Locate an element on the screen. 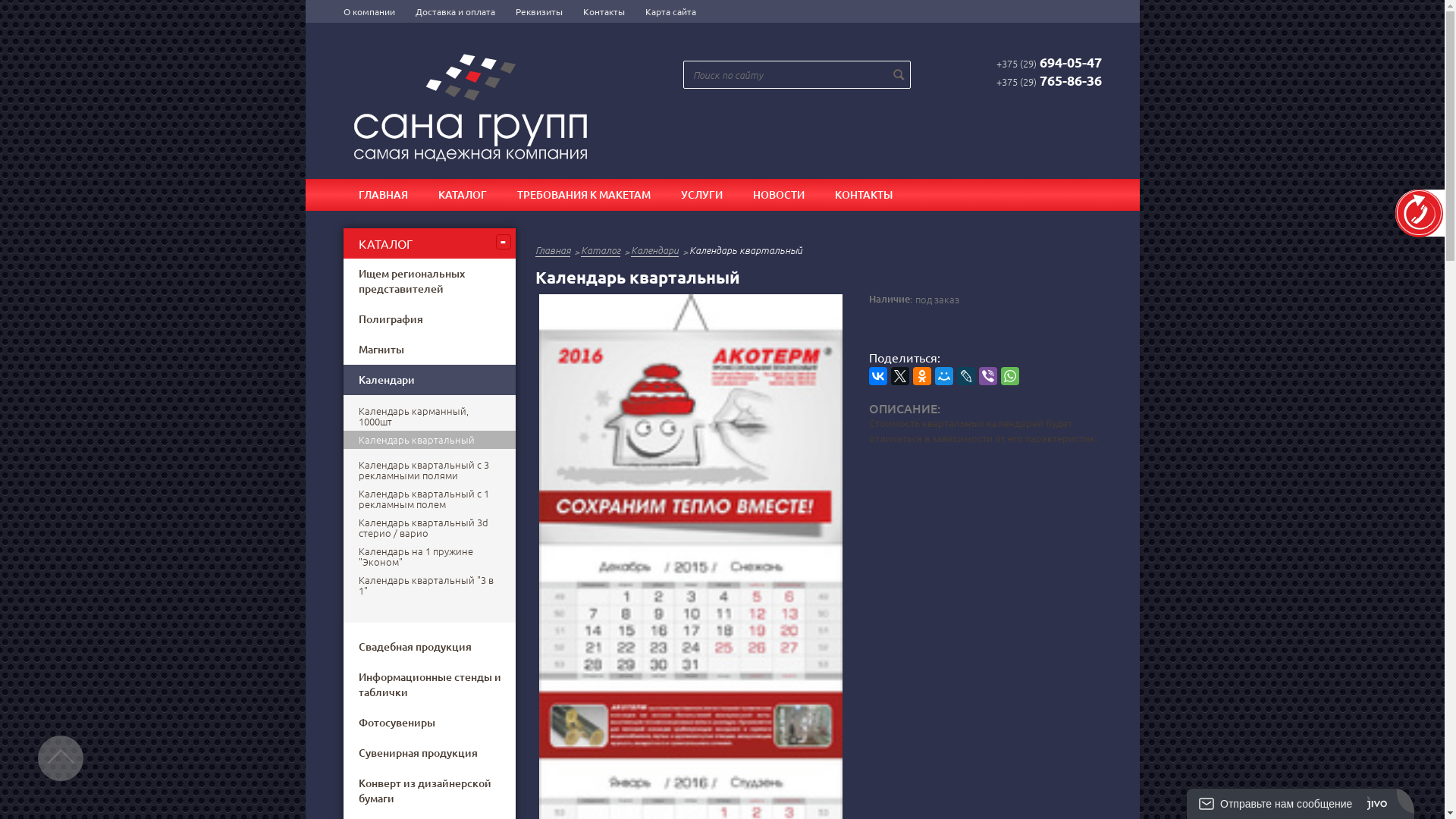 The image size is (1456, 819). '+375 (29)765-86-36' is located at coordinates (1048, 81).